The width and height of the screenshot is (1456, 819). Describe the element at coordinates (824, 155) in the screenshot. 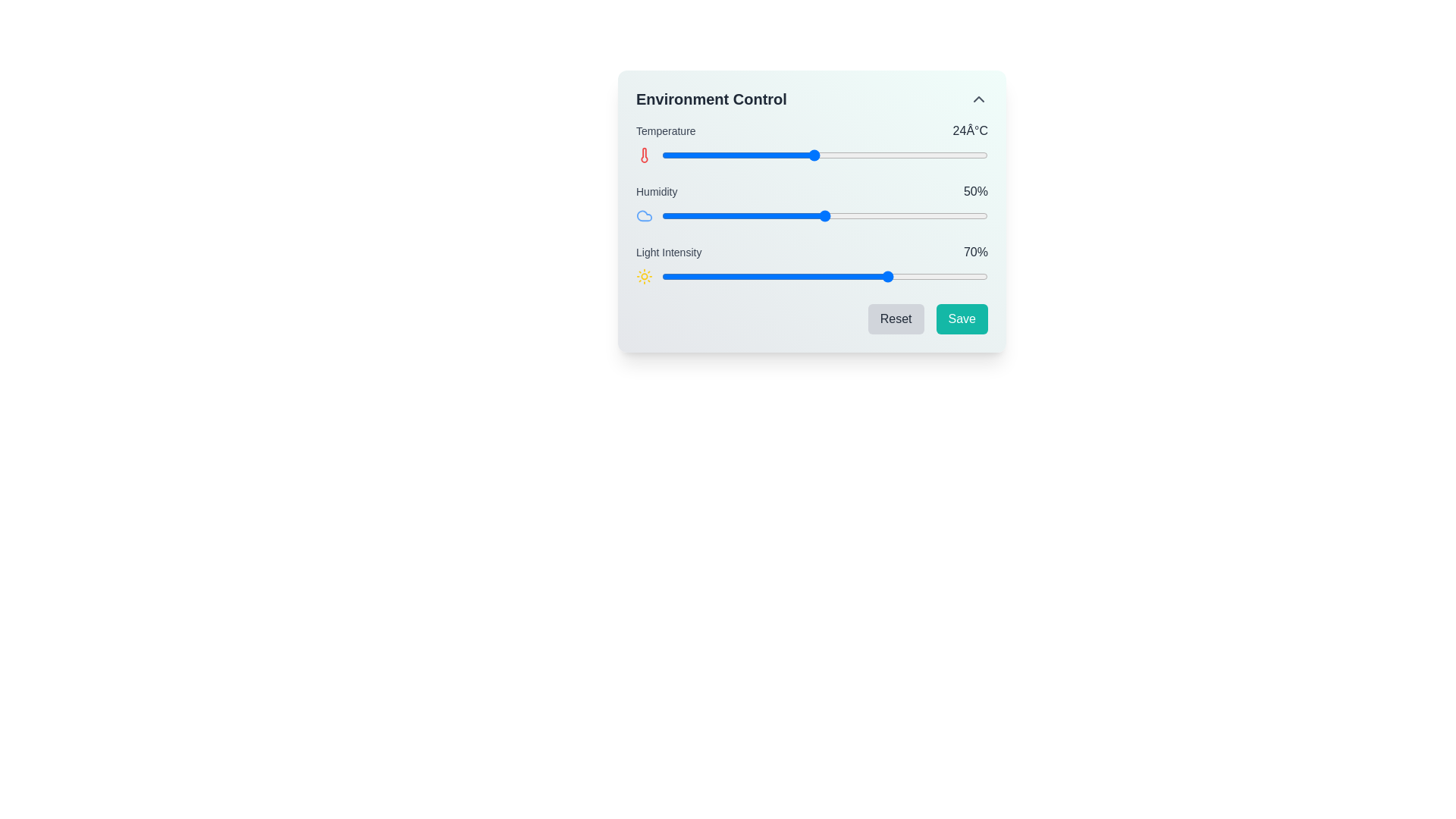

I see `the thumb of the Temperature slider` at that location.